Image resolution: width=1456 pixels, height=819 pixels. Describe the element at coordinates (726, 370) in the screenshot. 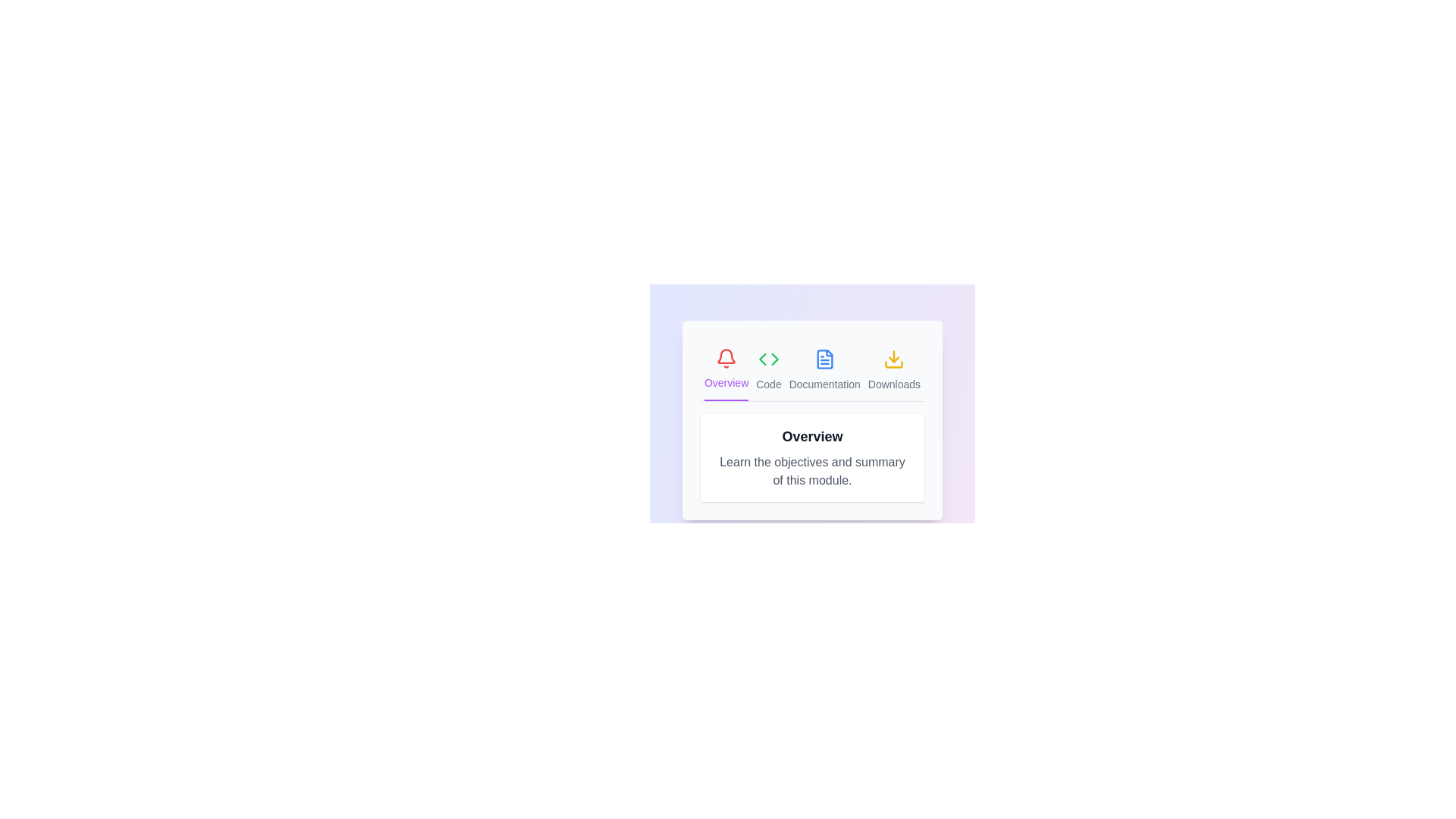

I see `the tab labeled Overview` at that location.